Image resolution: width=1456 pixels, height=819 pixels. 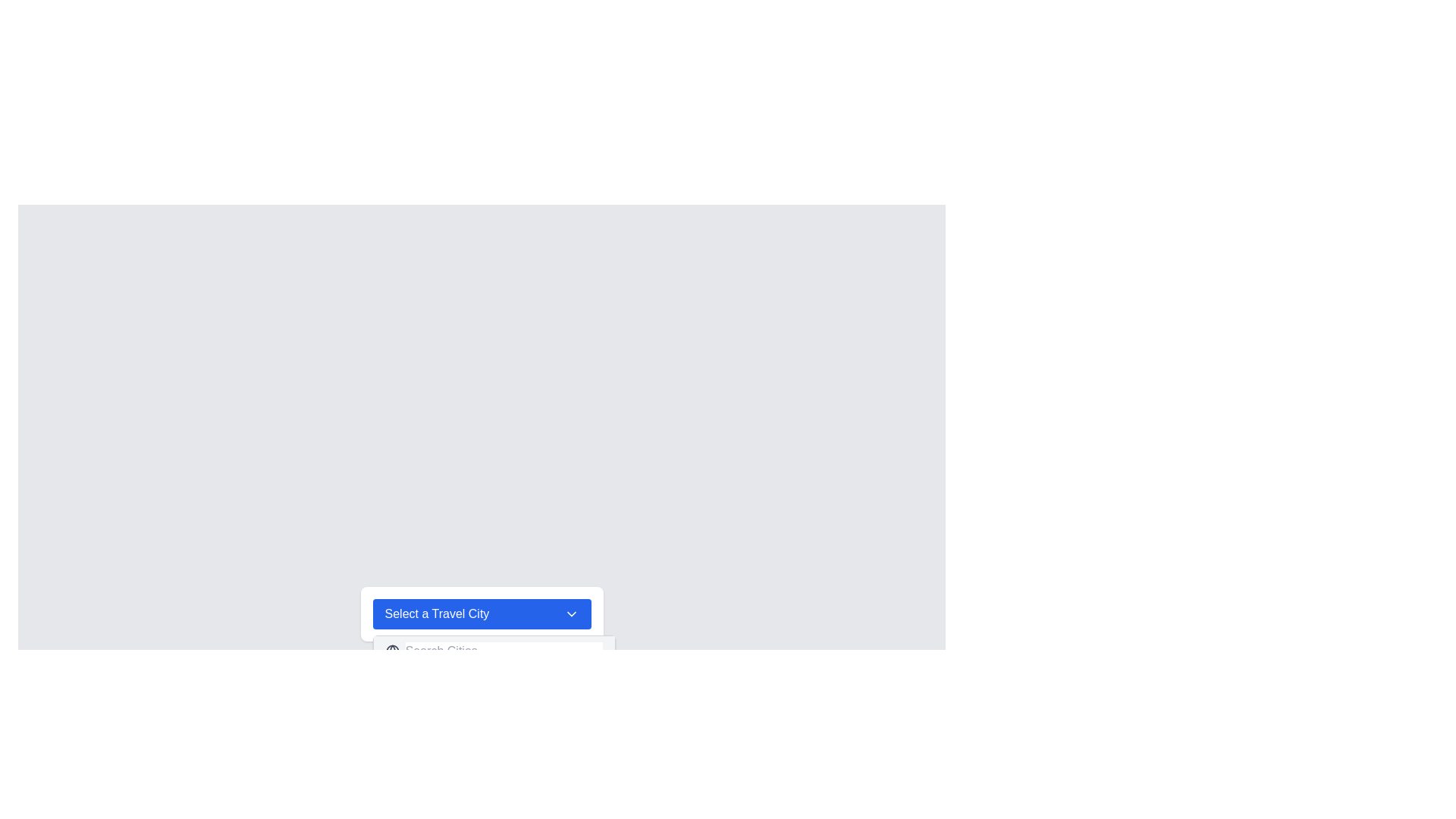 I want to click on the dropdown button located in the top left section of the light-colored box, so click(x=481, y=614).